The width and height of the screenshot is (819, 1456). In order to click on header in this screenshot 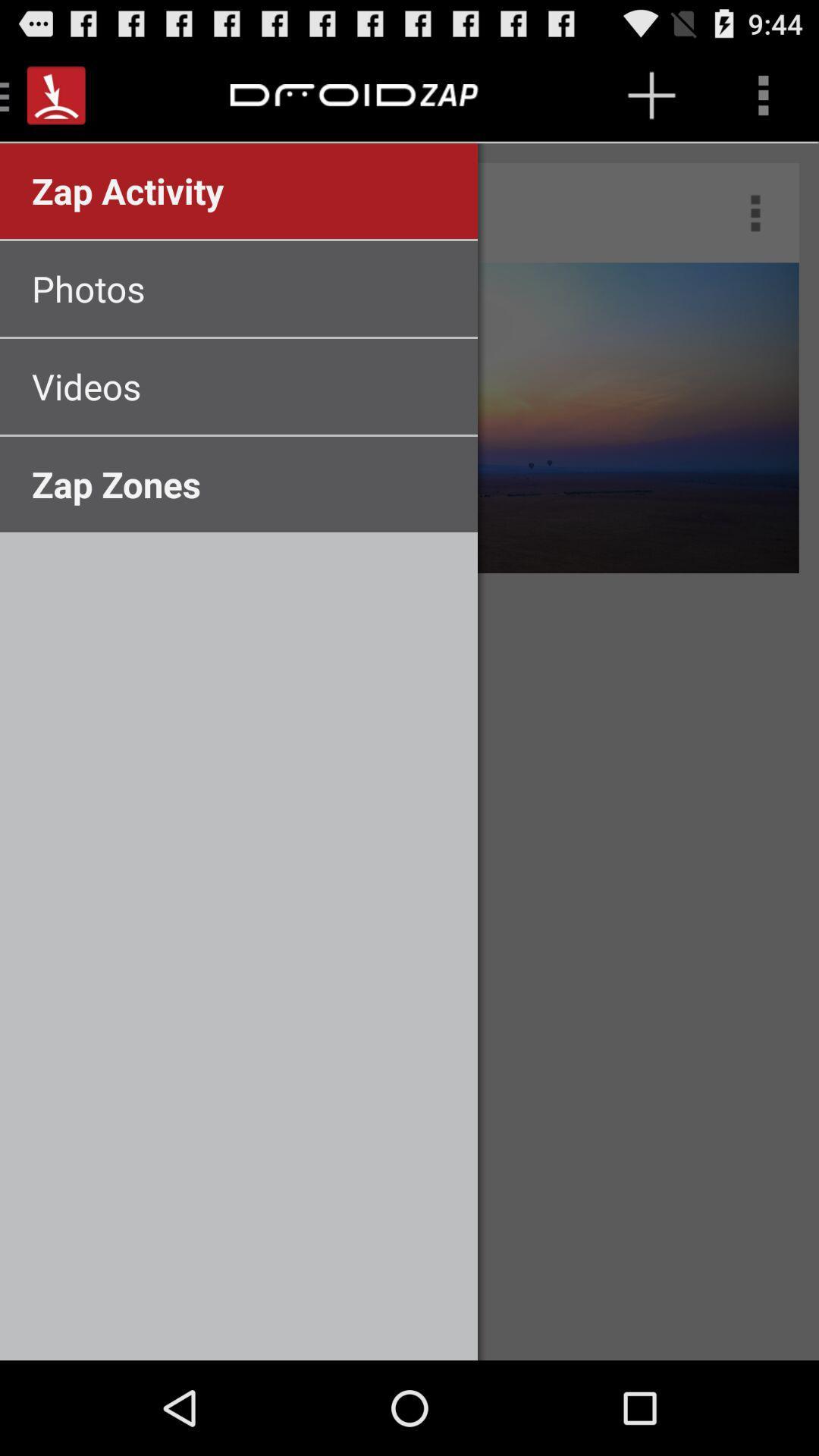, I will do `click(346, 94)`.